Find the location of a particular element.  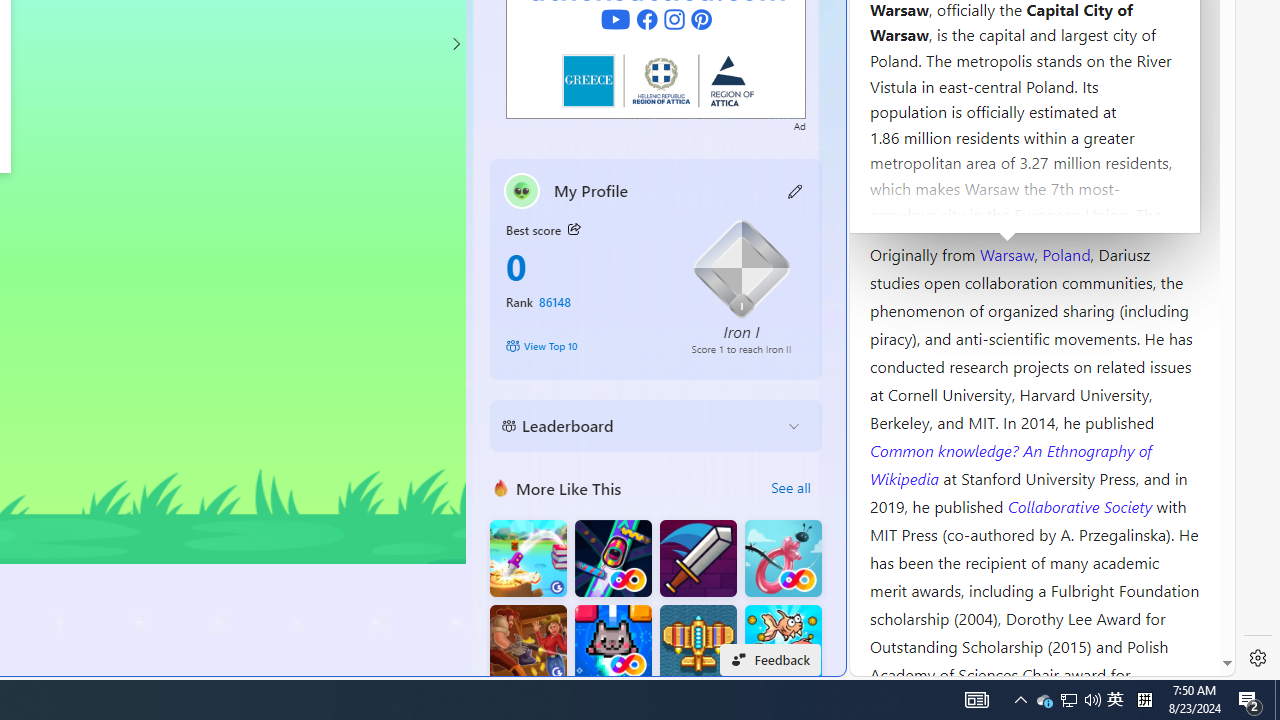

'Dungeon Master Knight' is located at coordinates (698, 558).